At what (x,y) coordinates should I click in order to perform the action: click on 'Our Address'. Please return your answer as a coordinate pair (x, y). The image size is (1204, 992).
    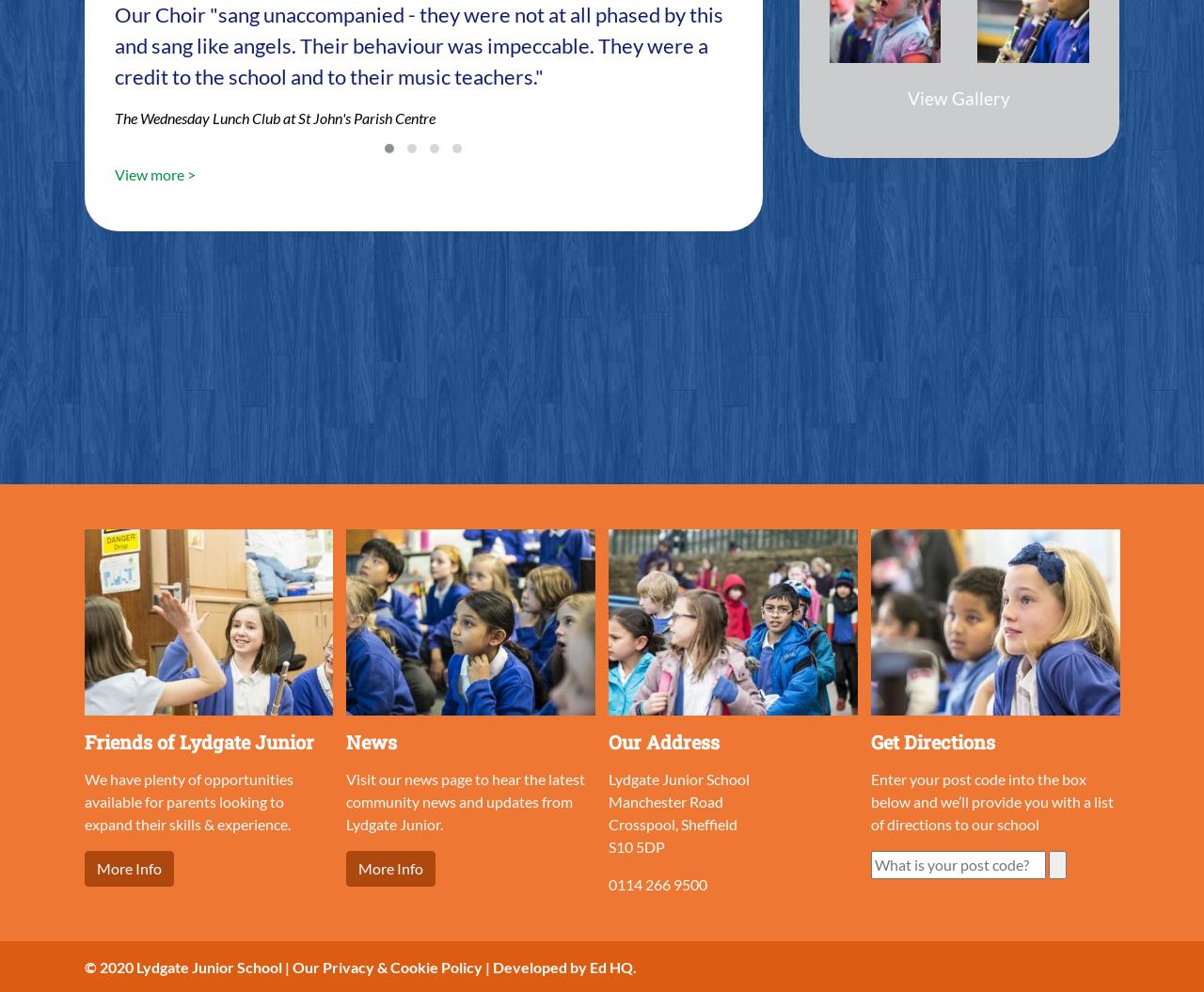
    Looking at the image, I should click on (664, 739).